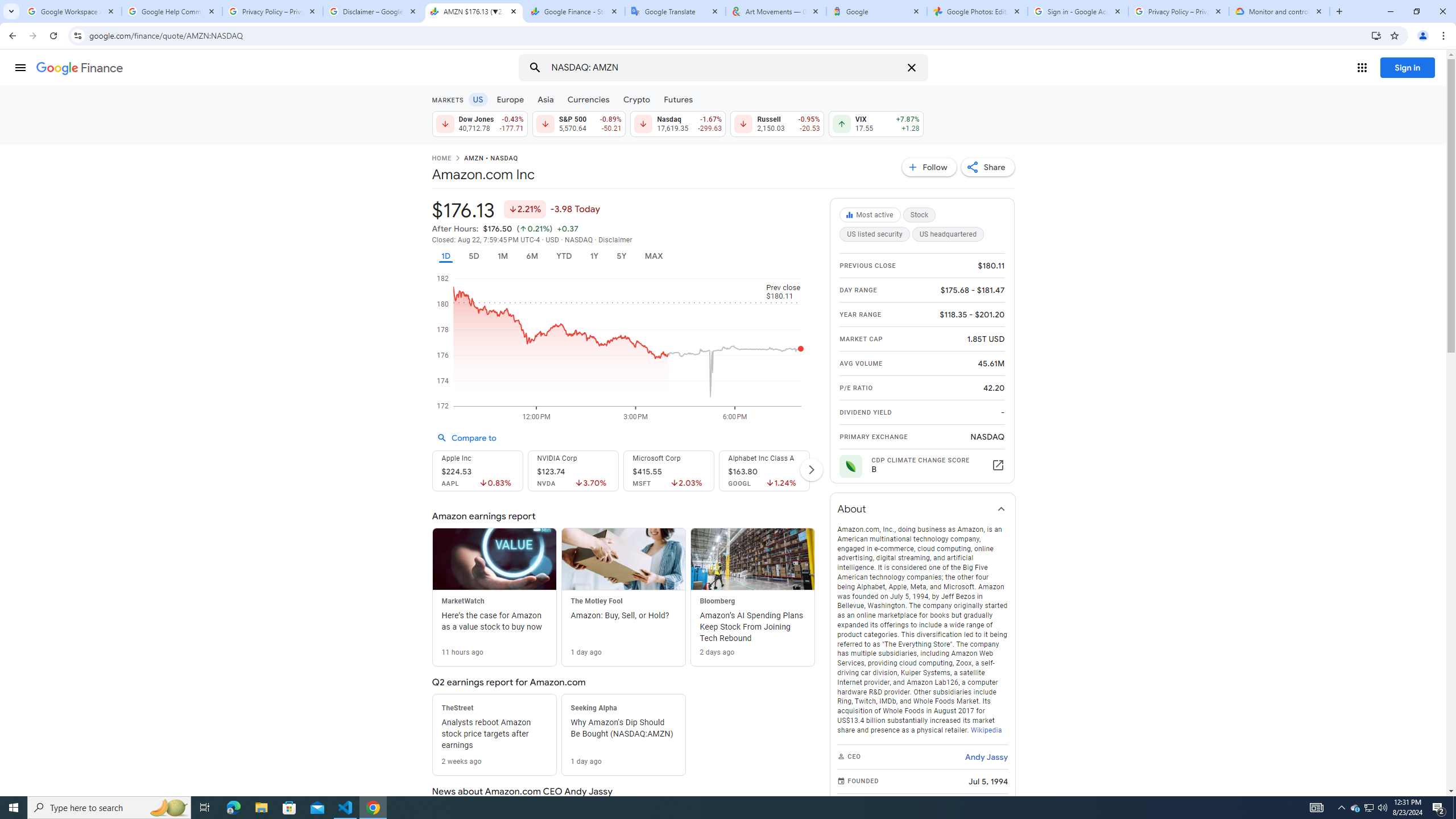  I want to click on 'Recent', so click(288, 104).